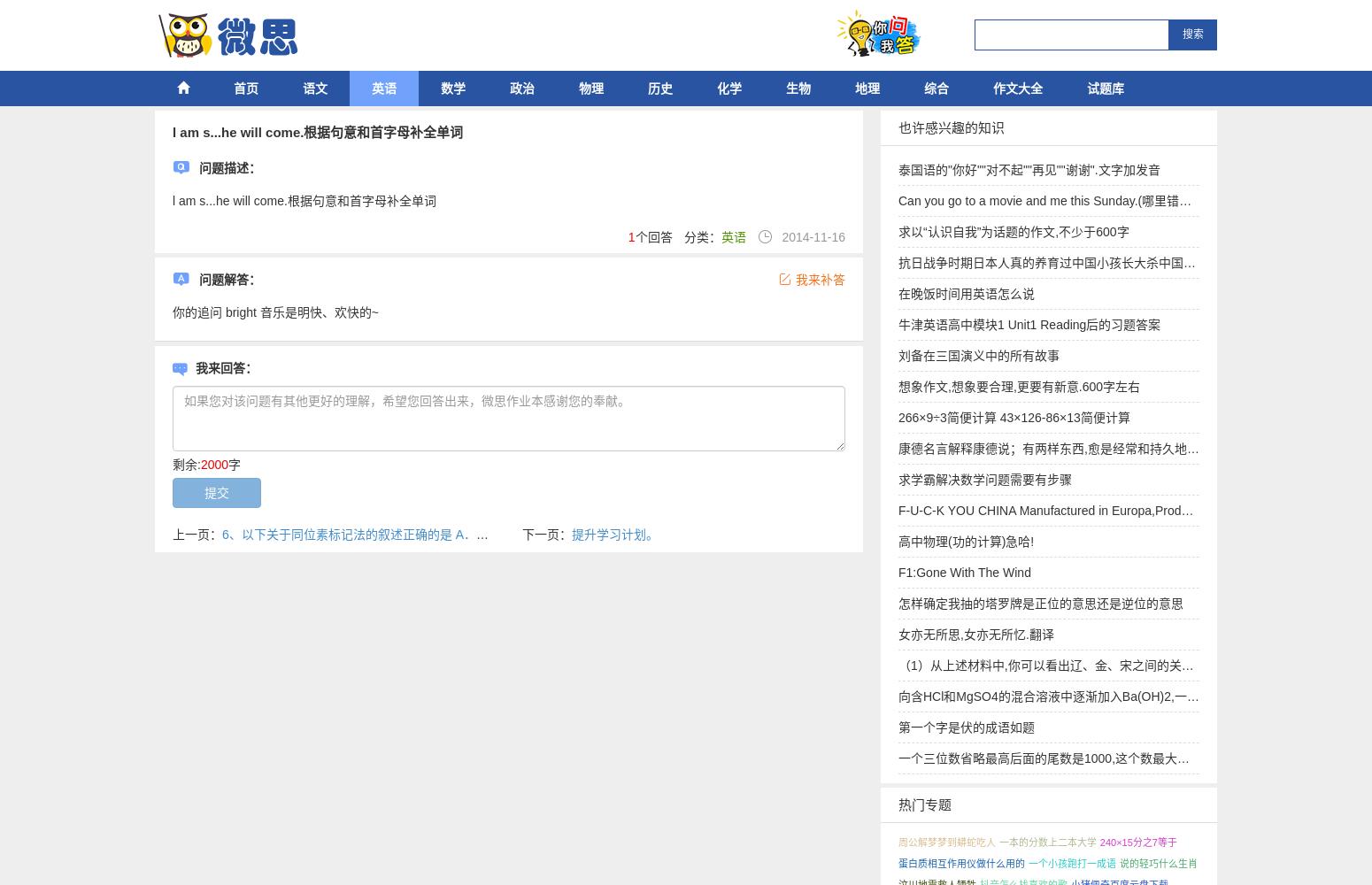 The height and width of the screenshot is (885, 1372). Describe the element at coordinates (171, 465) in the screenshot. I see `'剩余:'` at that location.